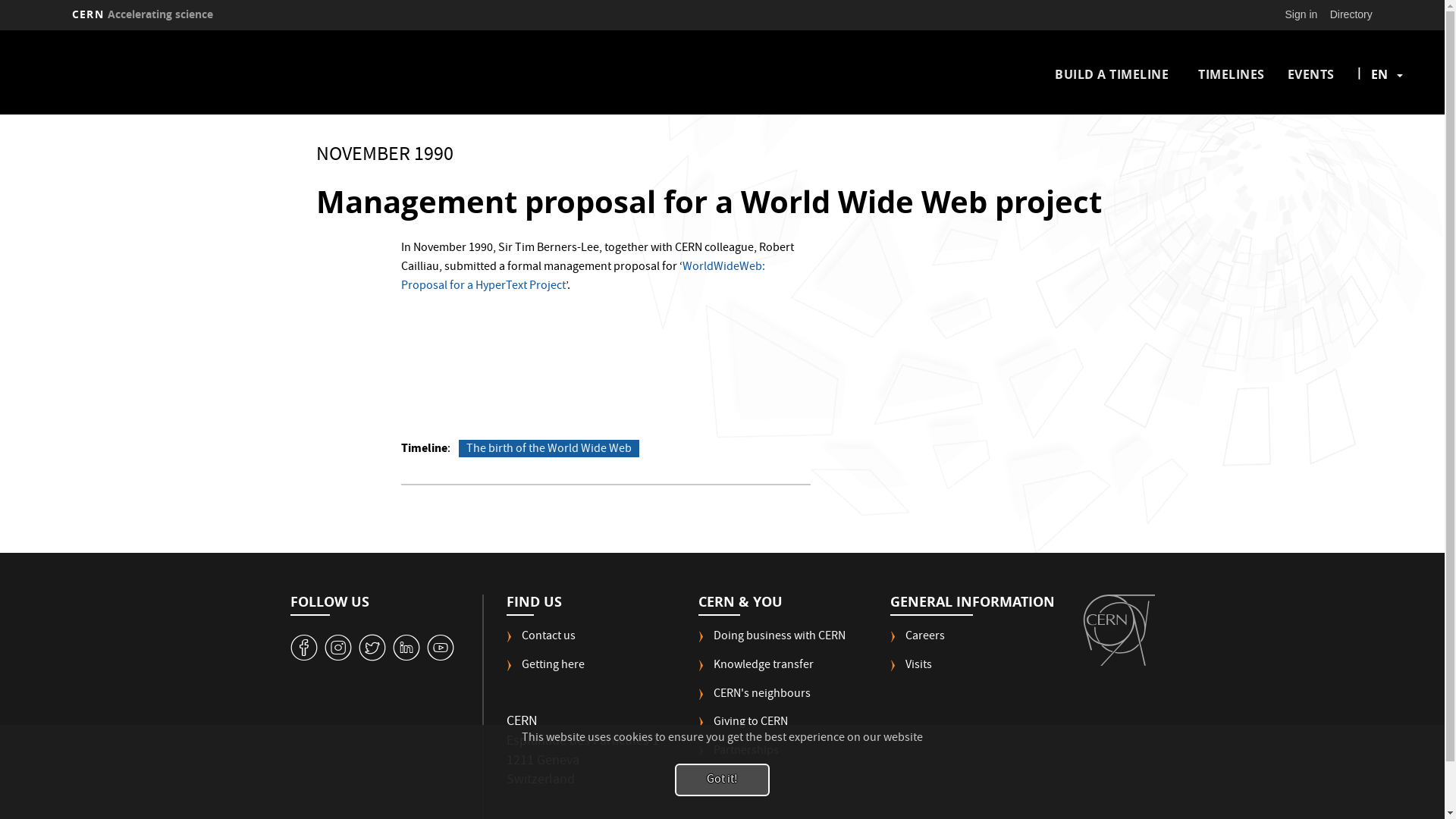 The width and height of the screenshot is (1456, 819). I want to click on 'J', so click(337, 648).